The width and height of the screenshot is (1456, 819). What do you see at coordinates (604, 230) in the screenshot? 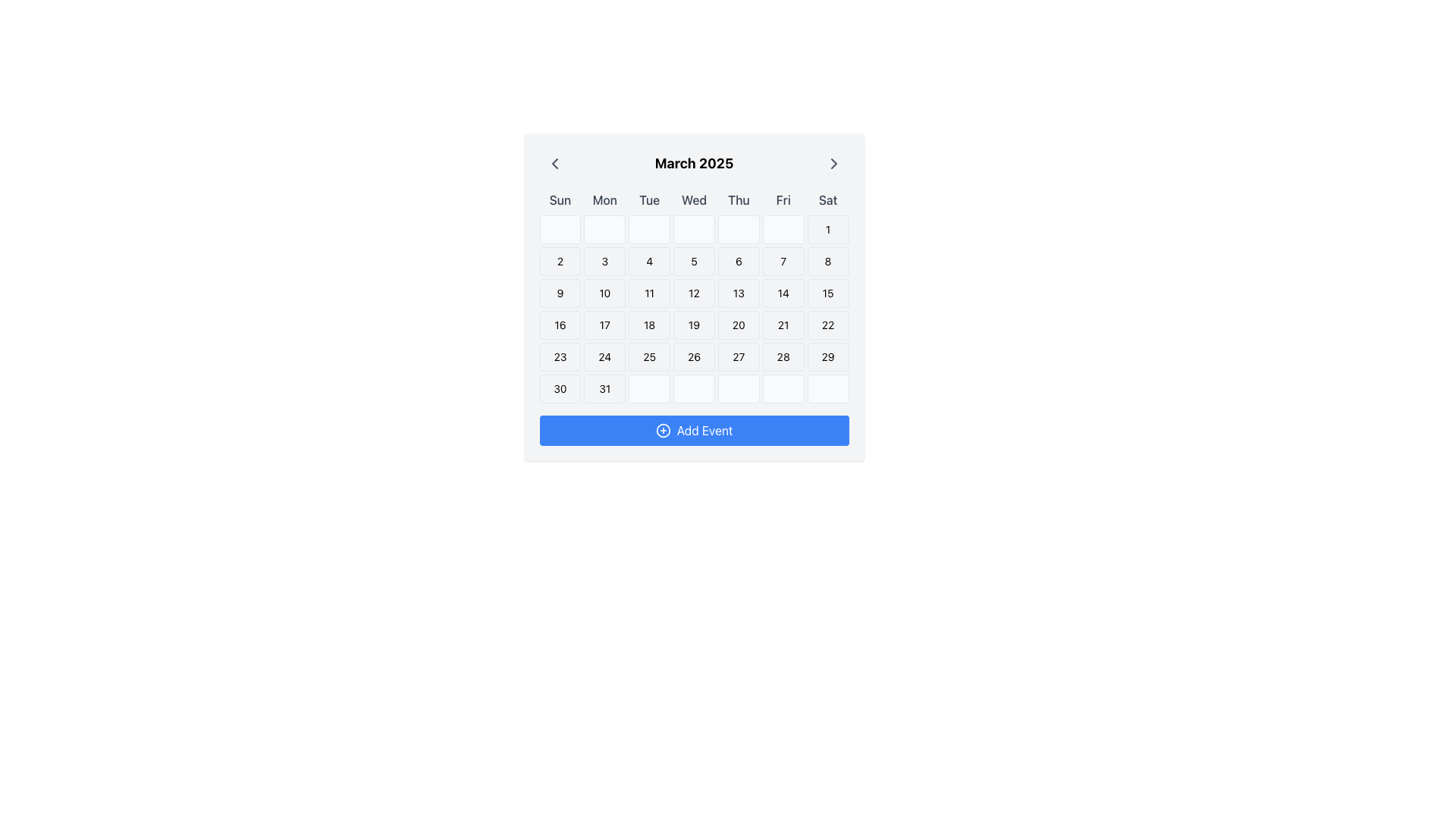
I see `the Placeholder cell or calendar date block, which is the second element in the first row of the calendar layout, located under the 'Mon' column` at bounding box center [604, 230].